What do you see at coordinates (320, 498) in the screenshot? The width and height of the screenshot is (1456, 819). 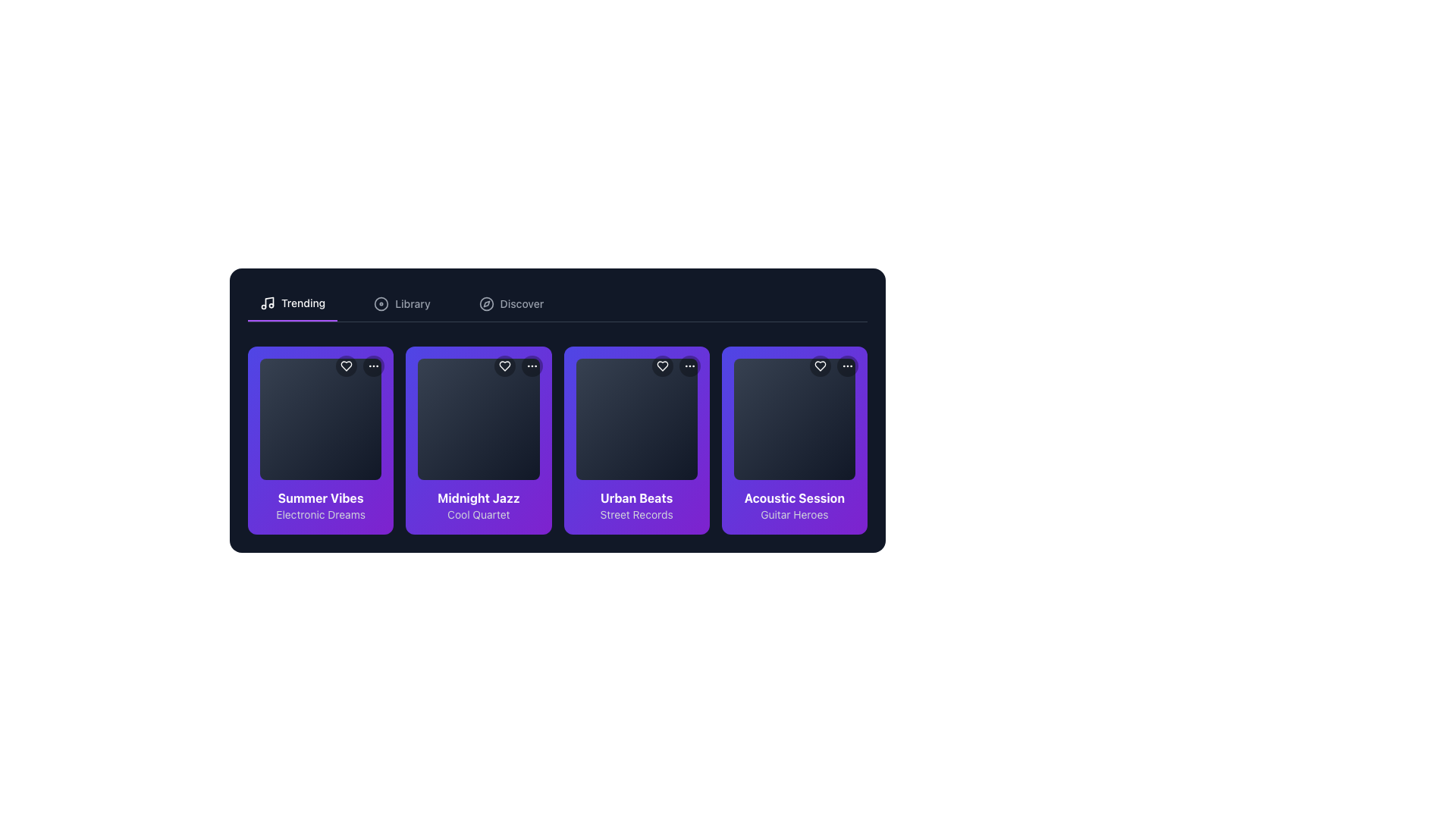 I see `the 'Summer Vibes' text label, which is styled in bold and positioned near the bottom of the first card under the 'Trending' tab` at bounding box center [320, 498].